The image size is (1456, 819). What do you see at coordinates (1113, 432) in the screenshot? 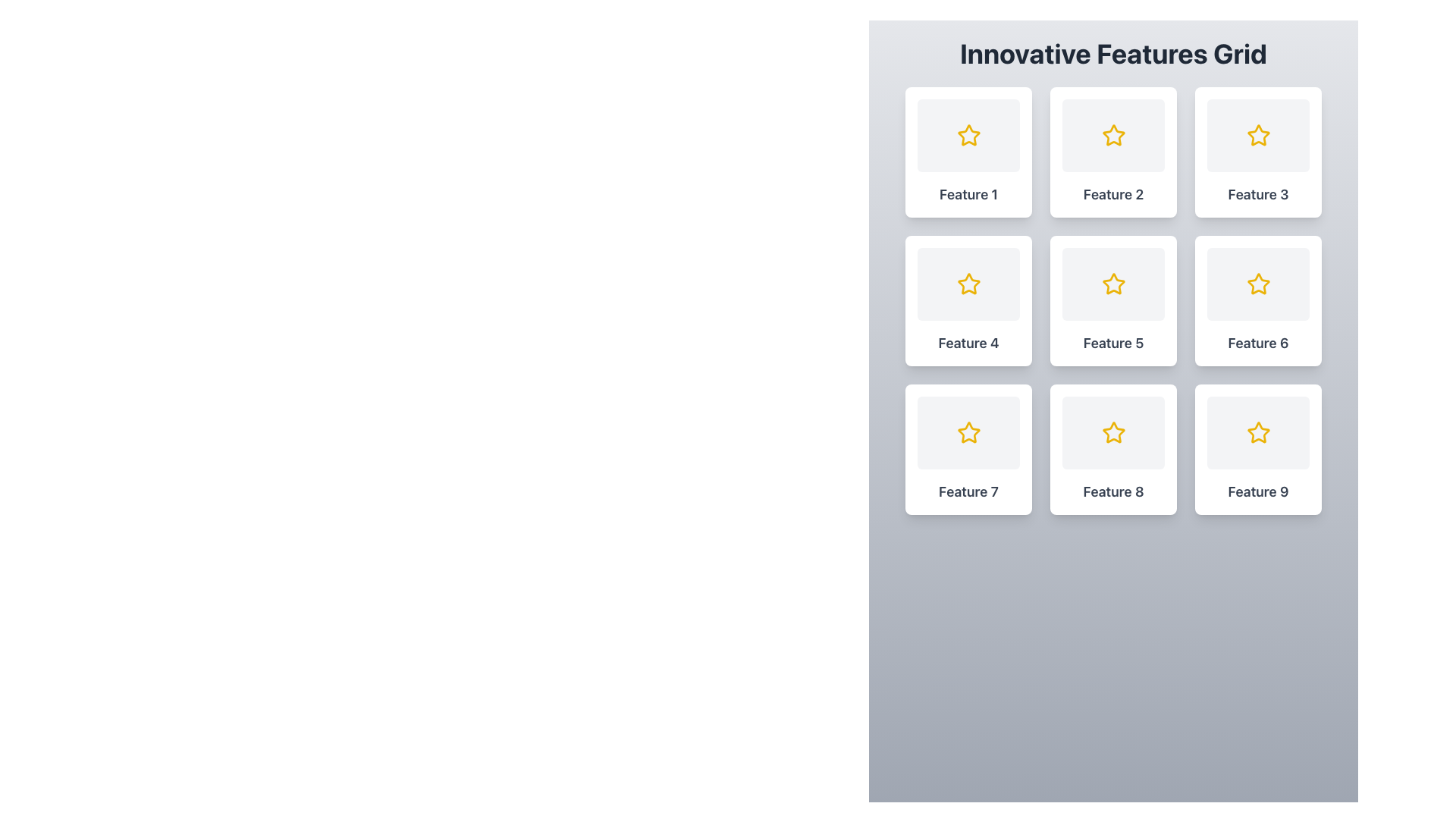
I see `the star icon representing the 'Feature 8' card, located in the third row and second column of the grid layout` at bounding box center [1113, 432].